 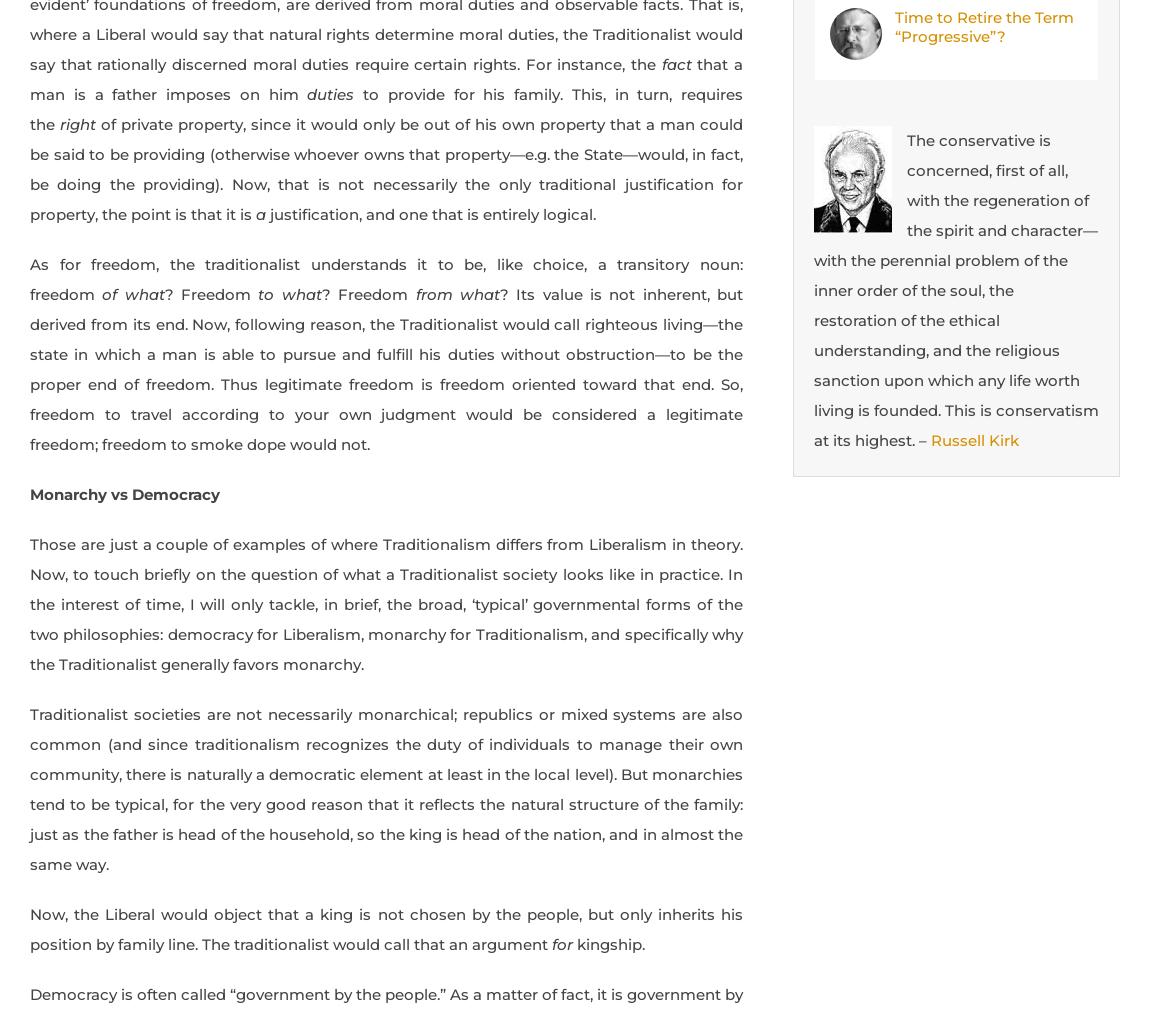 I want to click on 'Russell Kirk', so click(x=974, y=440).